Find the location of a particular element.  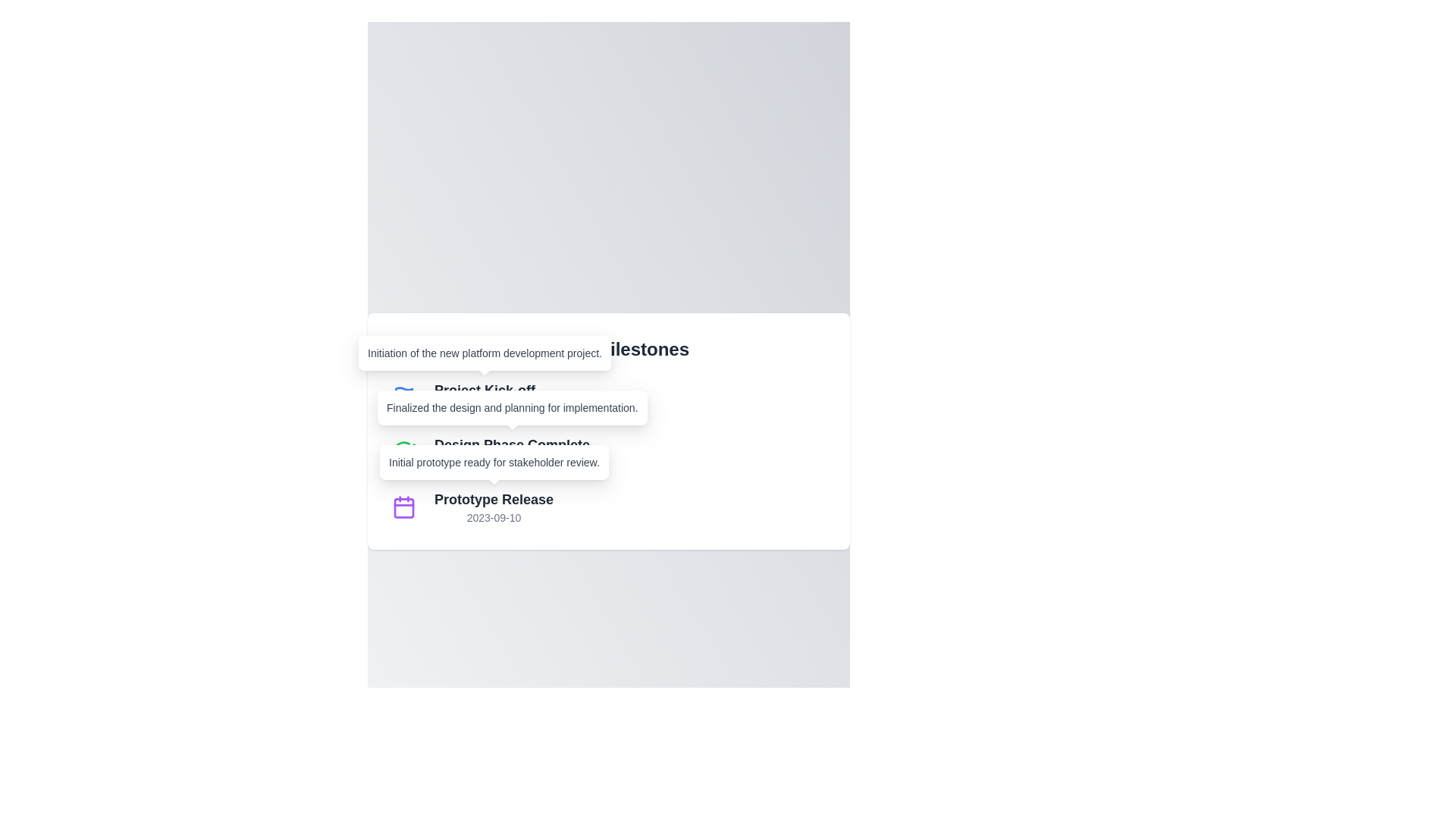

the milestone indicator for 'Design Phase' completion date '2023-07-15' in the project timeline is located at coordinates (608, 452).